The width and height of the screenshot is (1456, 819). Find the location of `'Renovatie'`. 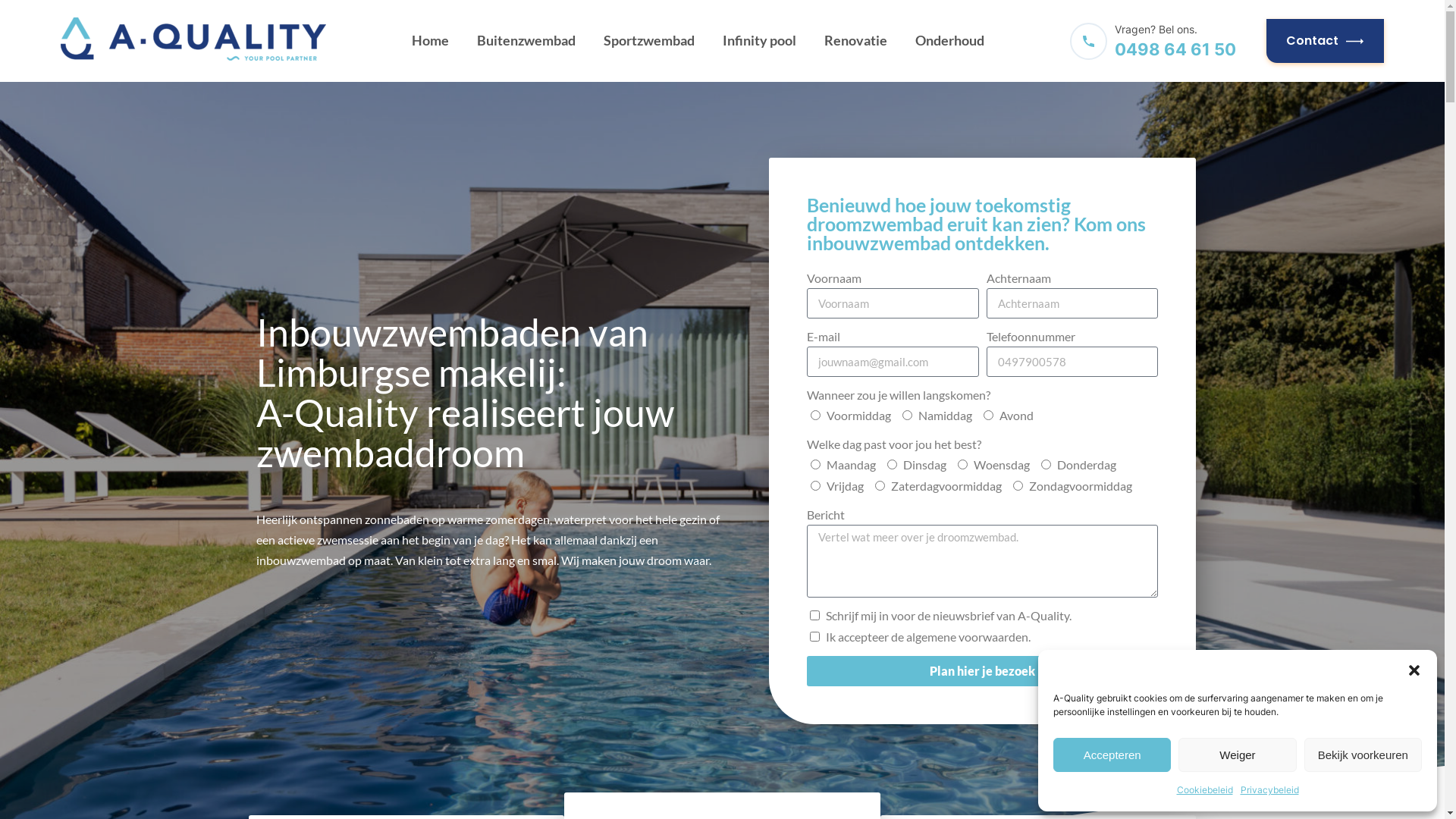

'Renovatie' is located at coordinates (855, 40).